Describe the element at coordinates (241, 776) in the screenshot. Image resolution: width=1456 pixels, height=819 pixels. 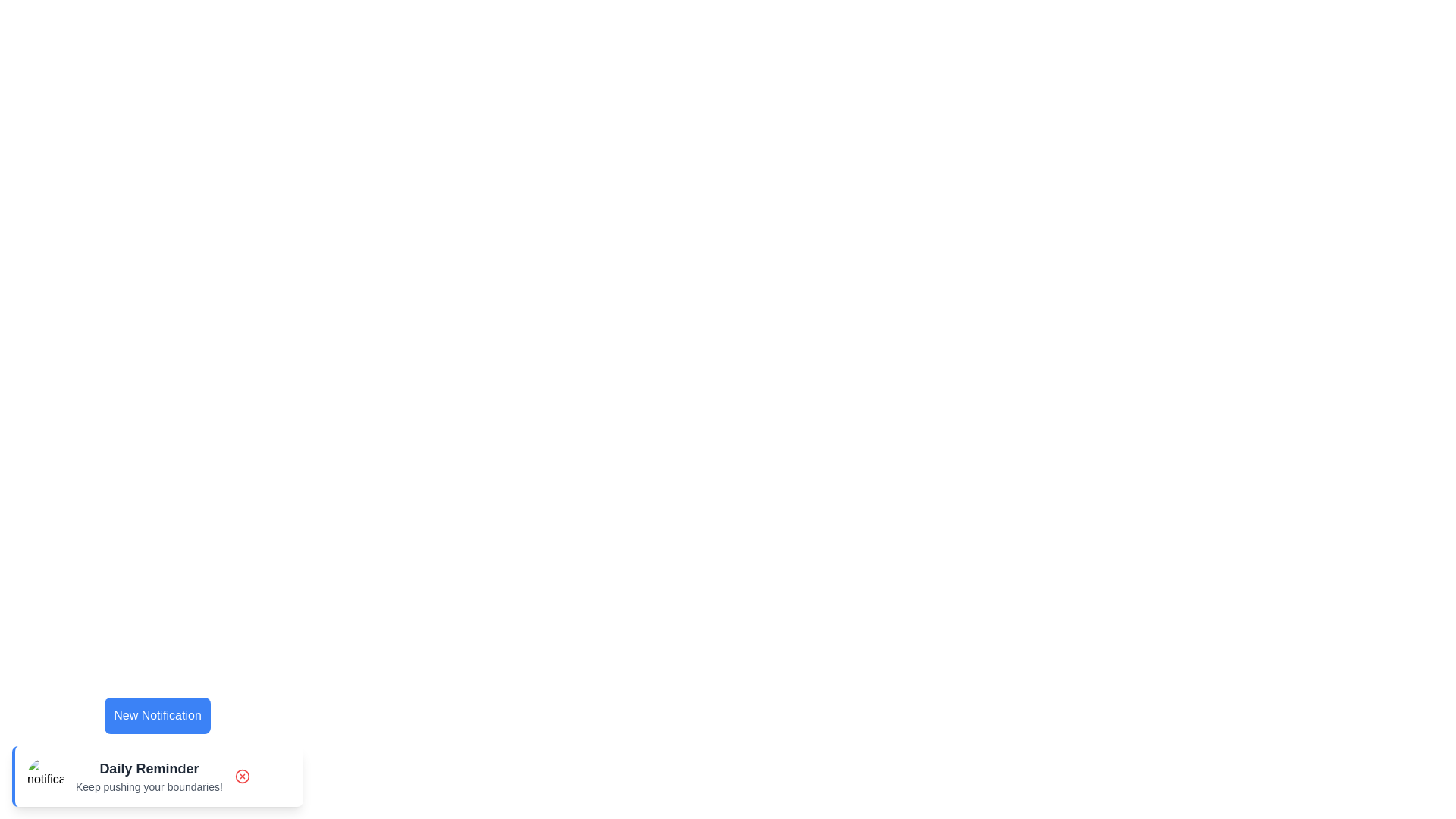
I see `the Dismiss Notification Button to observe hover effects` at that location.